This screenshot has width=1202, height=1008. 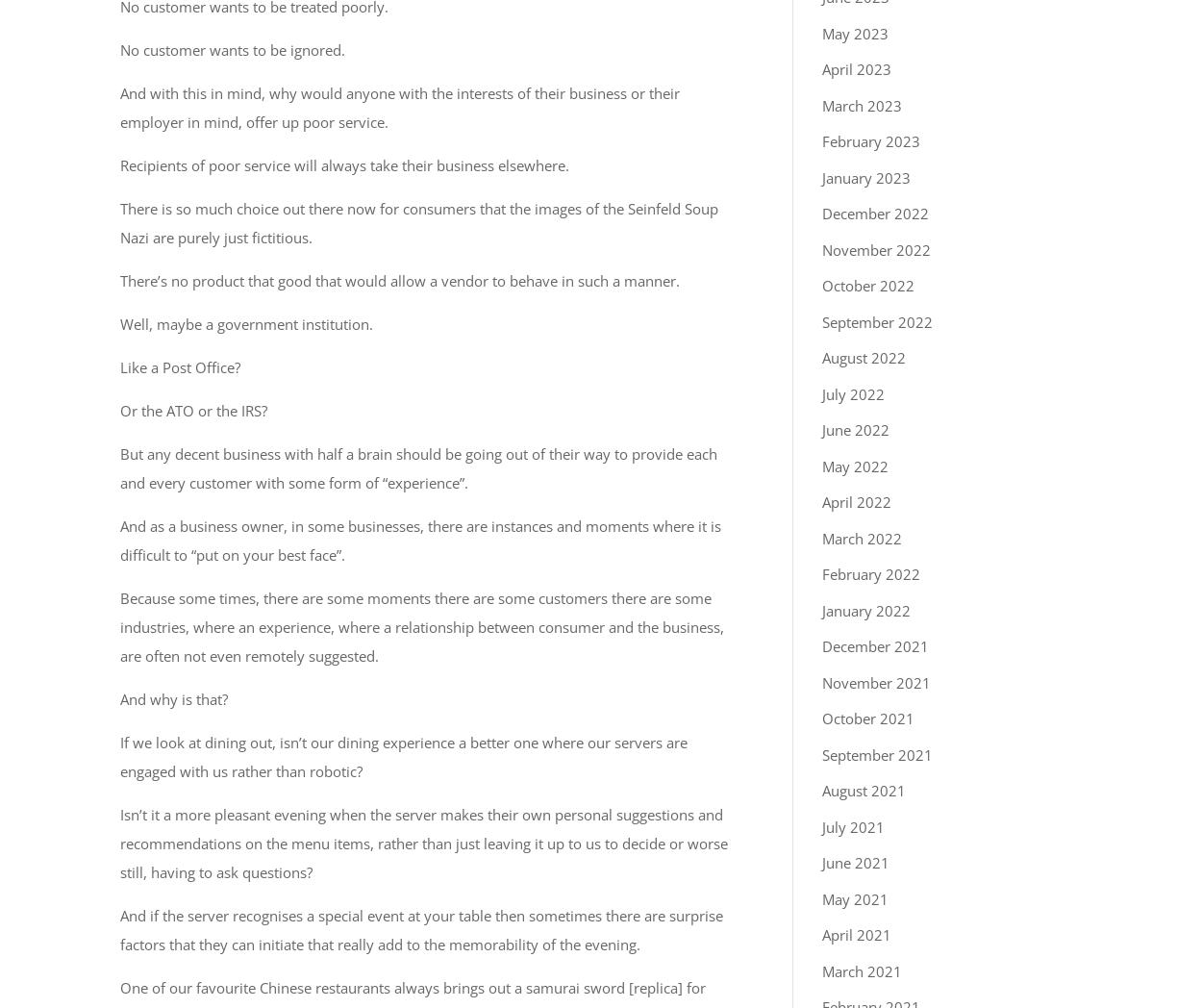 What do you see at coordinates (868, 718) in the screenshot?
I see `'October 2021'` at bounding box center [868, 718].